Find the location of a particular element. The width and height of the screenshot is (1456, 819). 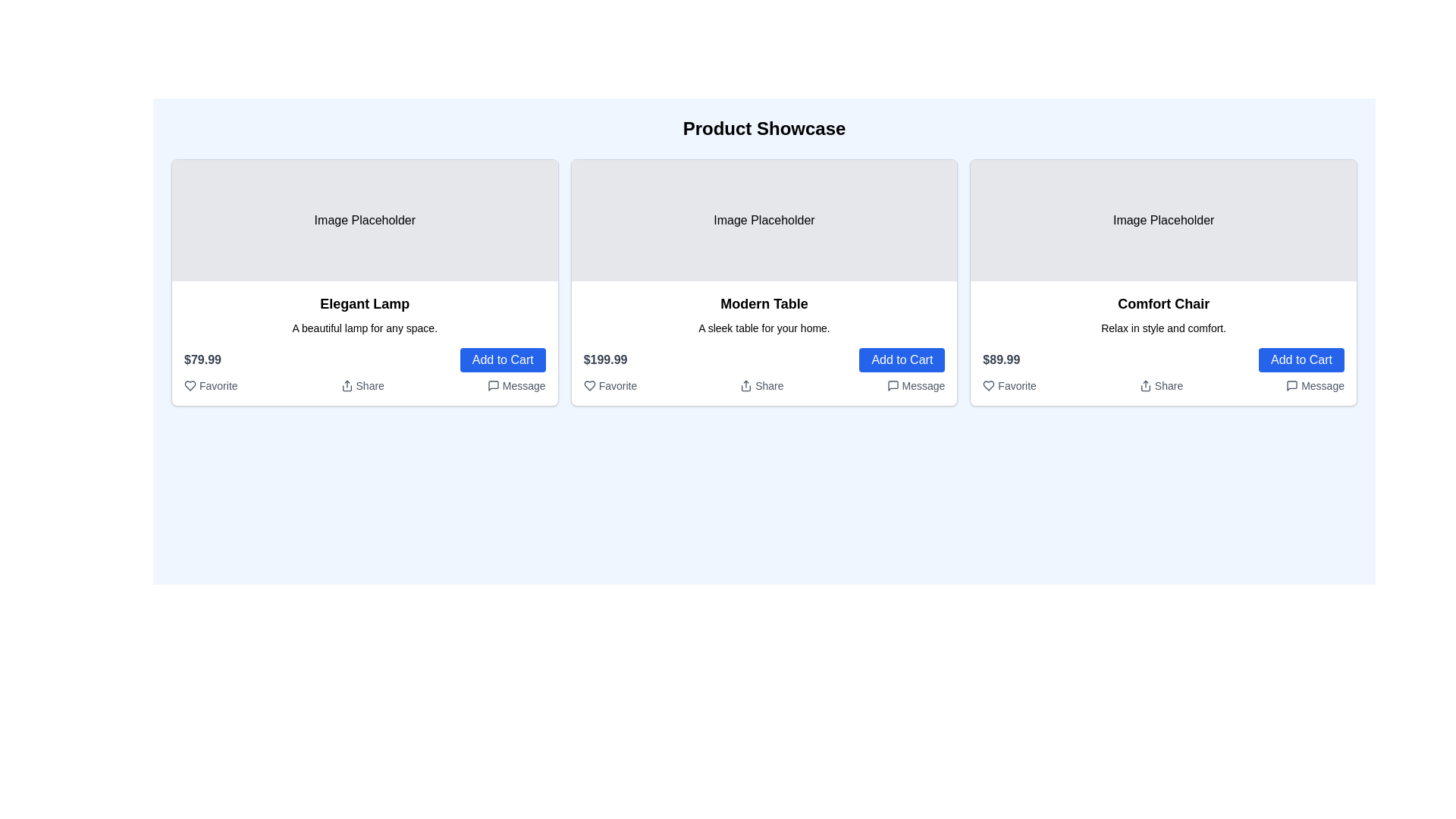

the 'Image Placeholder' for the 'Elegant Lamp' product, which is a rectangular element with a light gray background and bold black text centered within it is located at coordinates (365, 220).